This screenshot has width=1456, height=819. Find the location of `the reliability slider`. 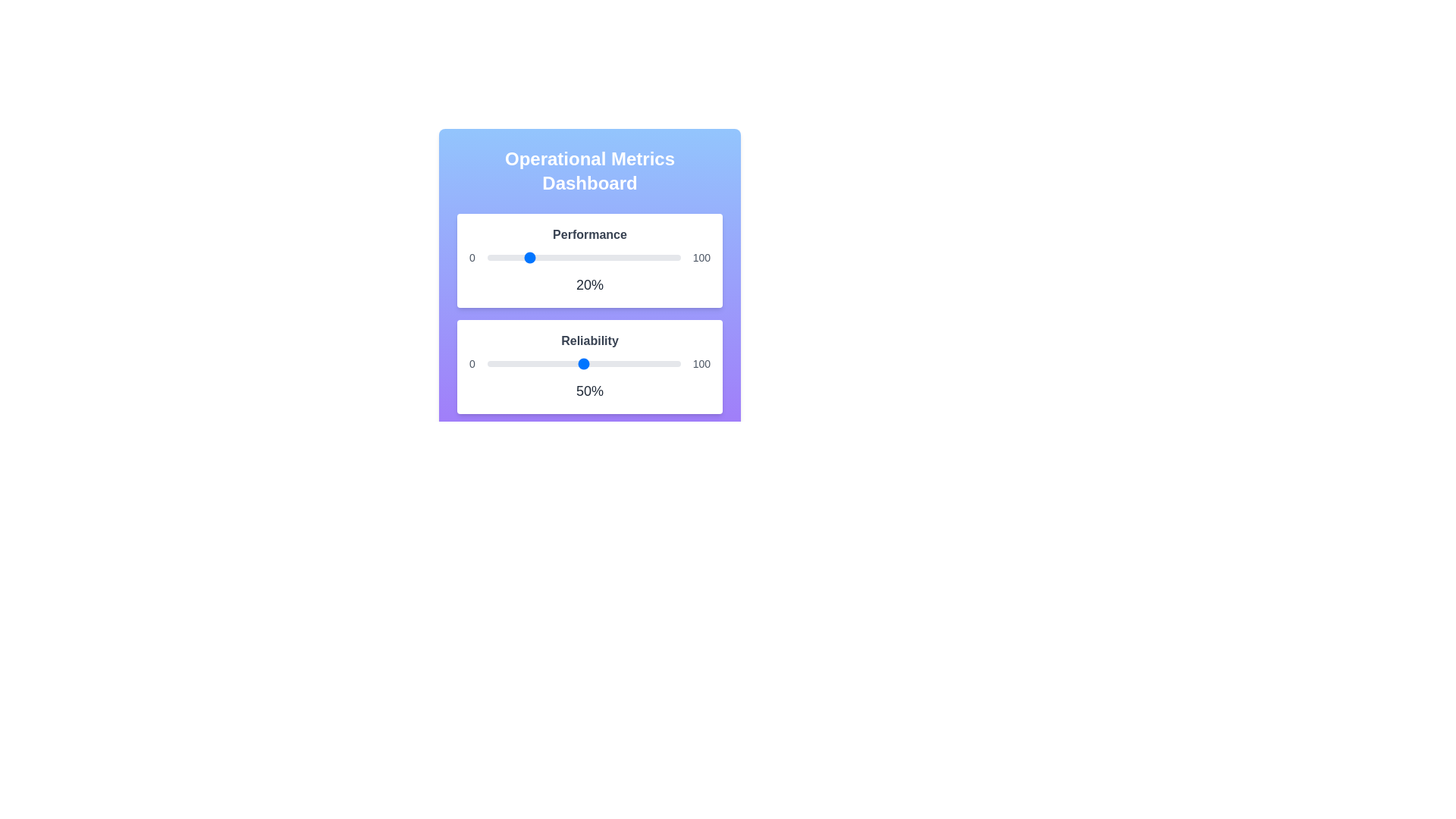

the reliability slider is located at coordinates (609, 363).